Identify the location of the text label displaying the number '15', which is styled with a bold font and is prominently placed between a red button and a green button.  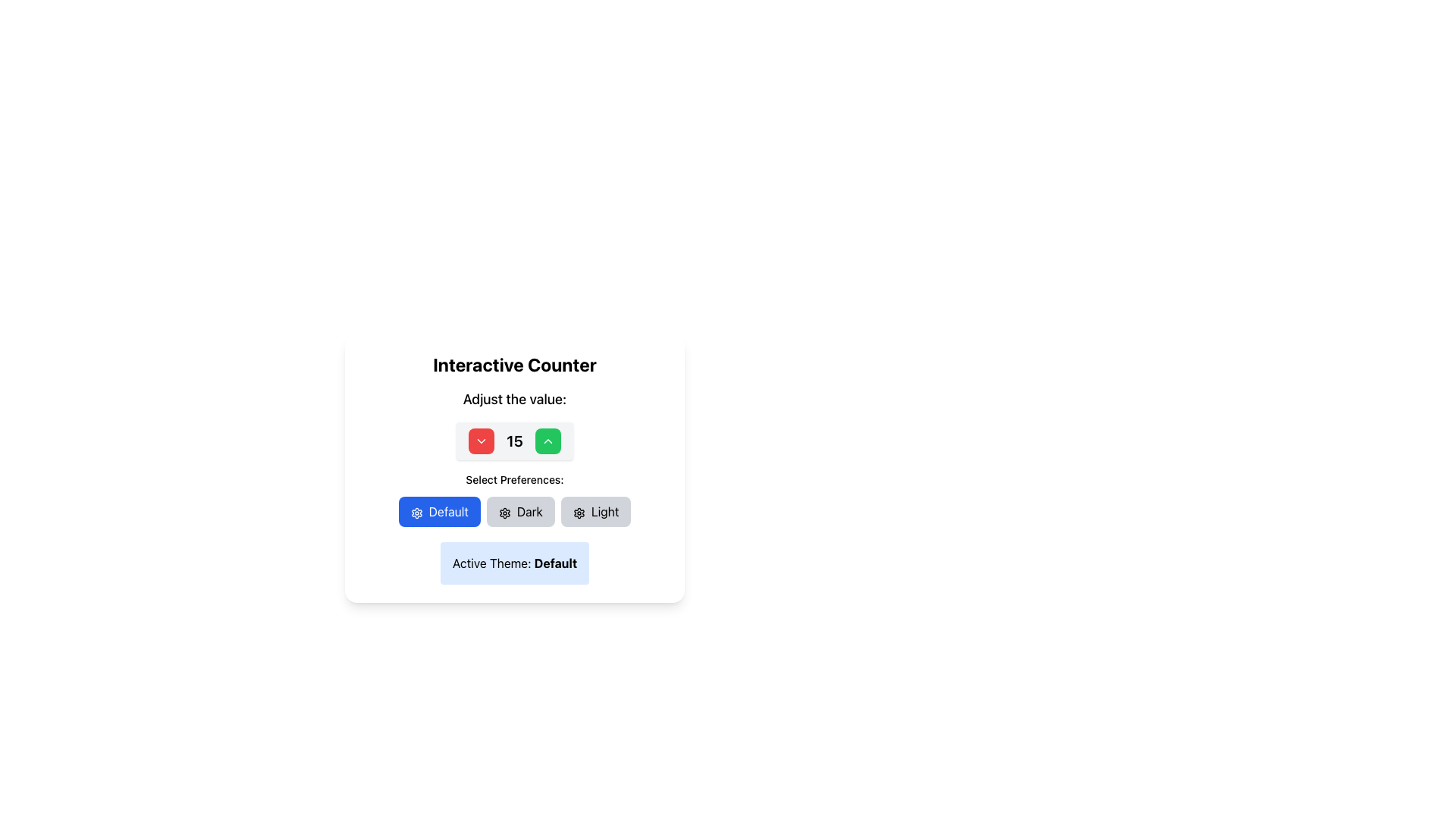
(514, 441).